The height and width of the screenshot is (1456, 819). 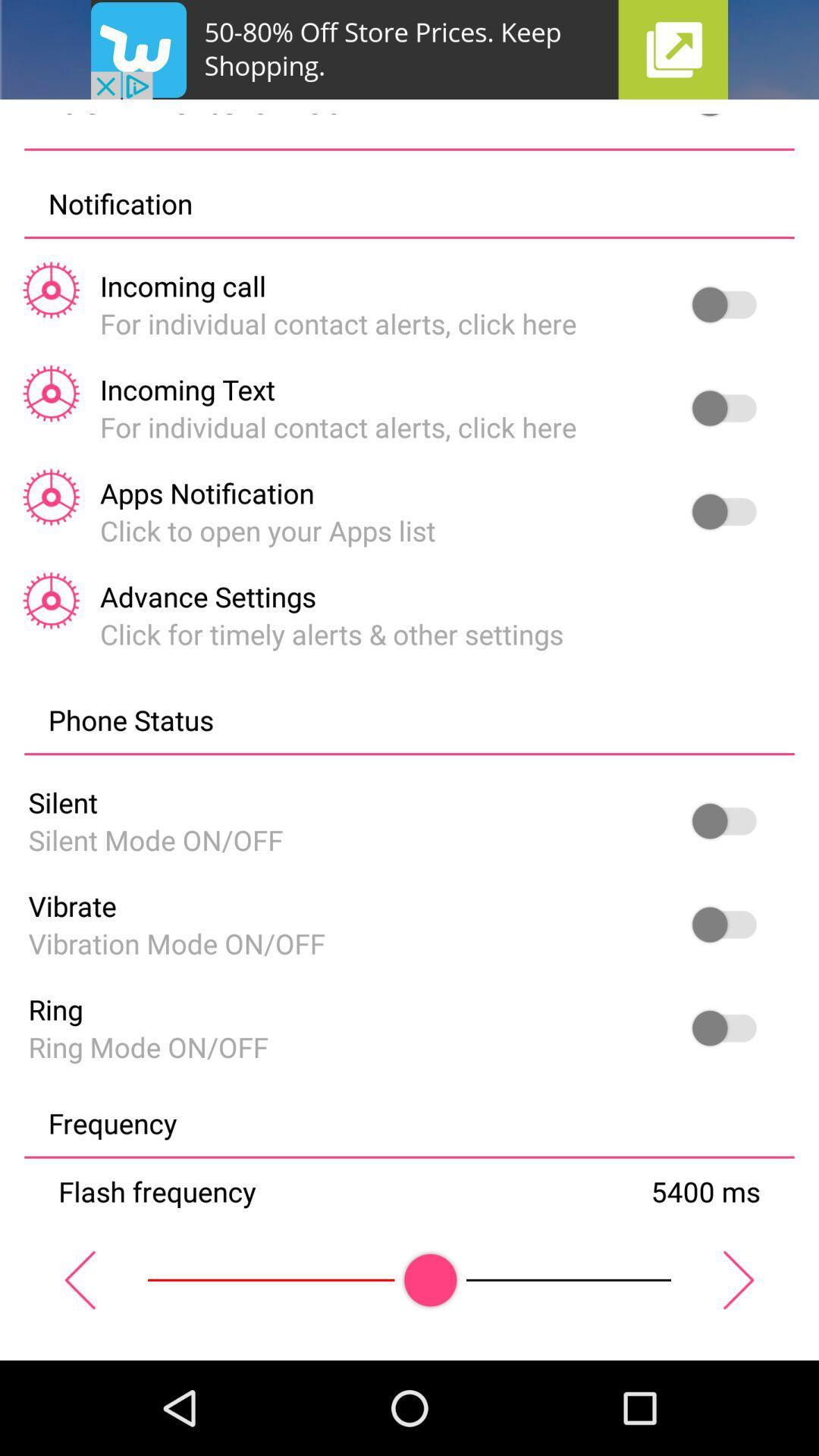 What do you see at coordinates (49, 495) in the screenshot?
I see `the settings icon` at bounding box center [49, 495].